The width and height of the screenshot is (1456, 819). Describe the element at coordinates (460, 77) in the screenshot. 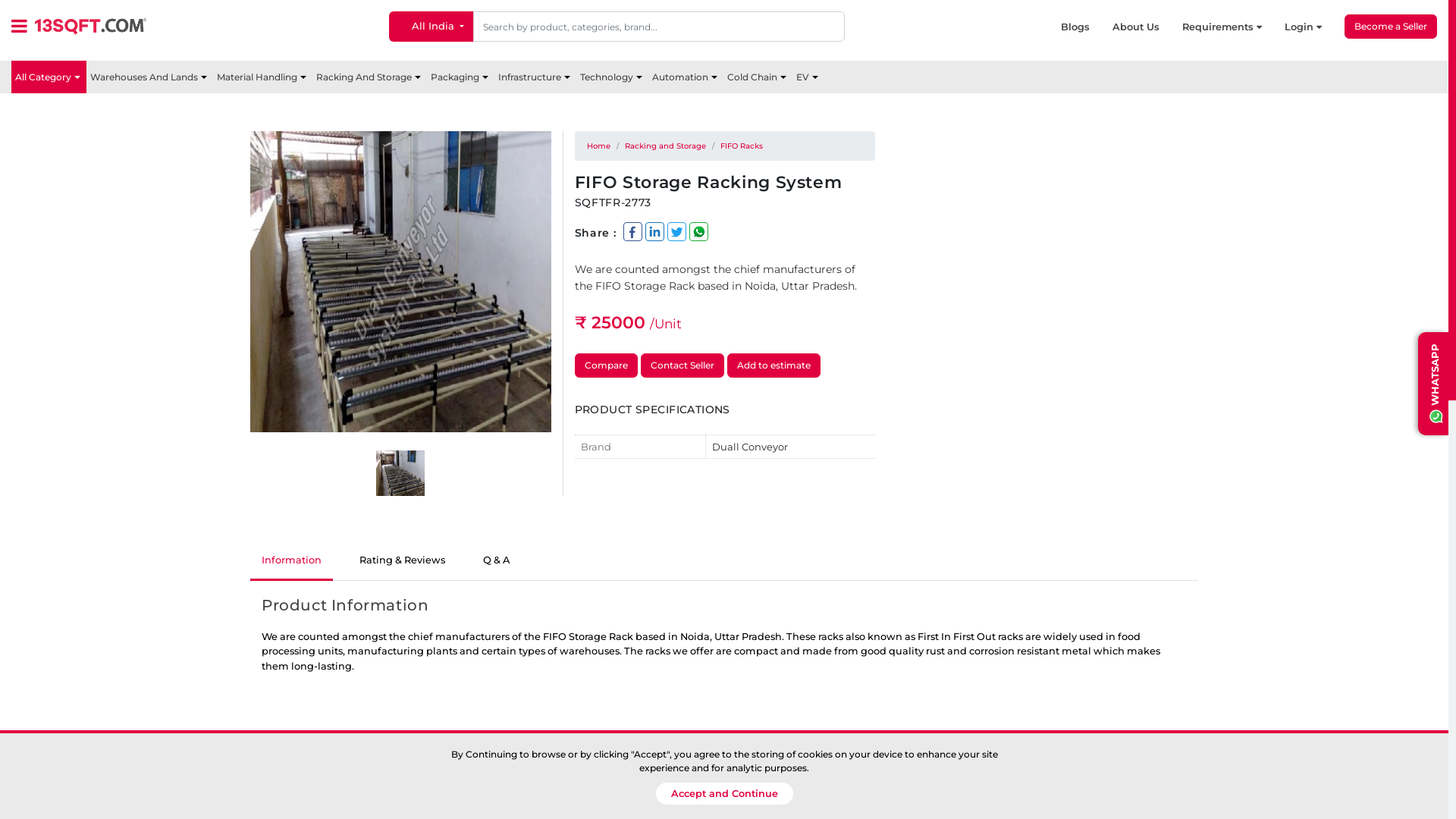

I see `'Packaging'` at that location.